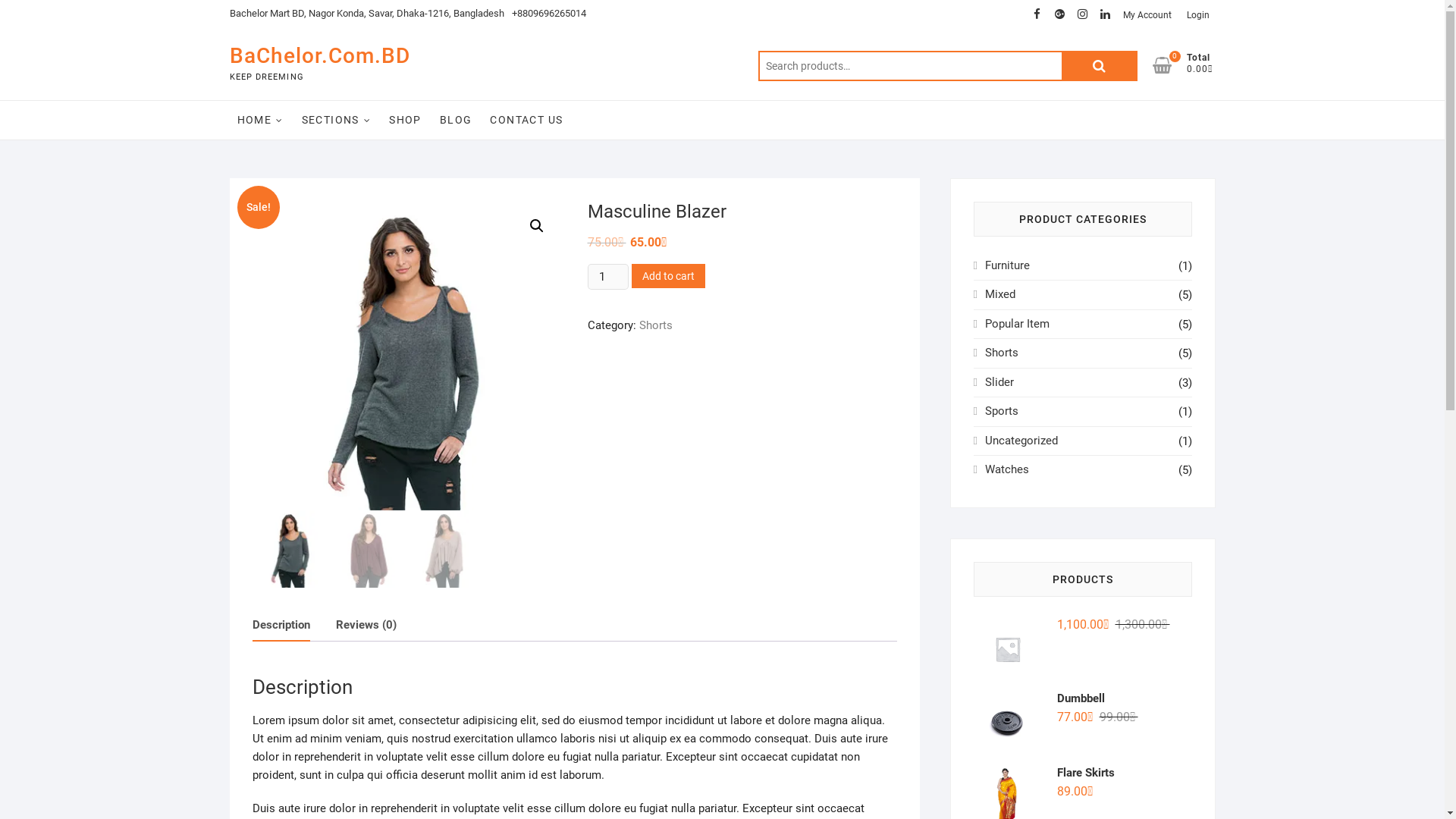 The width and height of the screenshot is (1456, 819). Describe the element at coordinates (1007, 468) in the screenshot. I see `'Watches'` at that location.